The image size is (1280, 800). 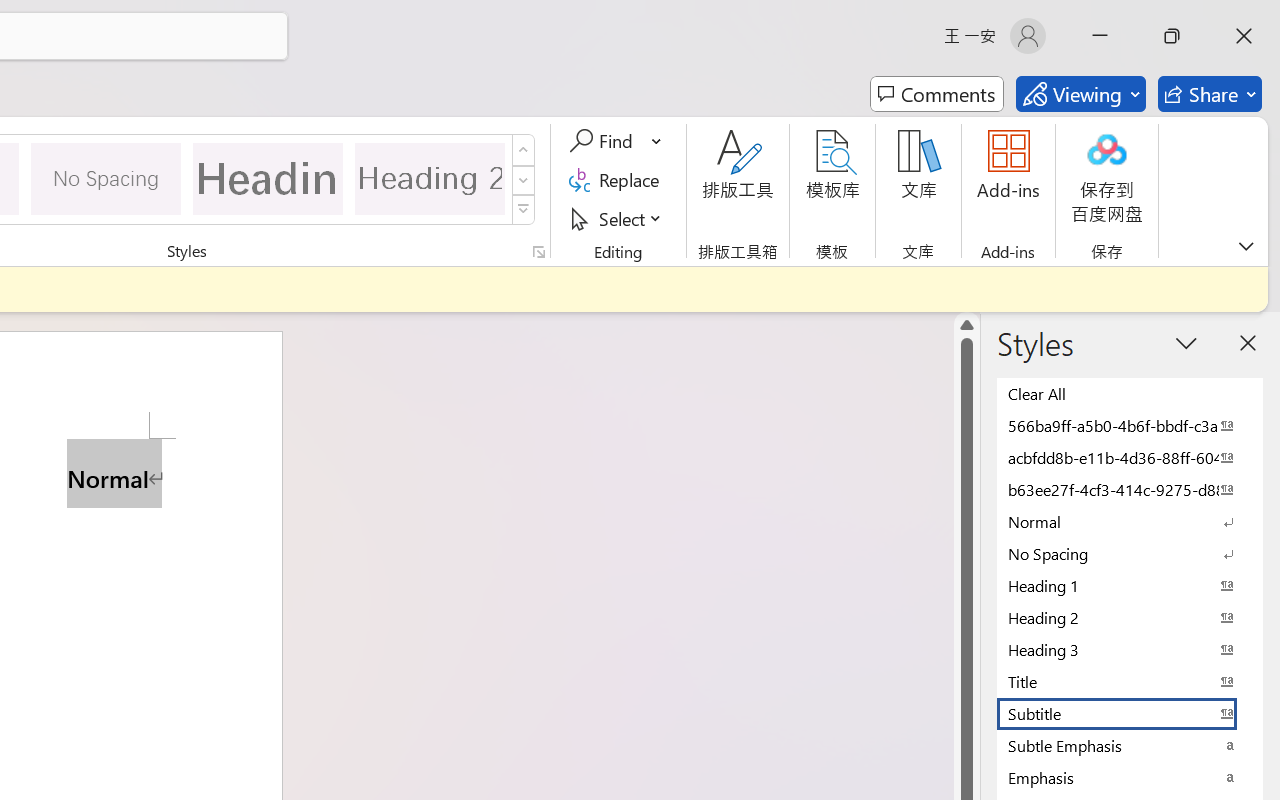 I want to click on 'Row up', so click(x=523, y=150).